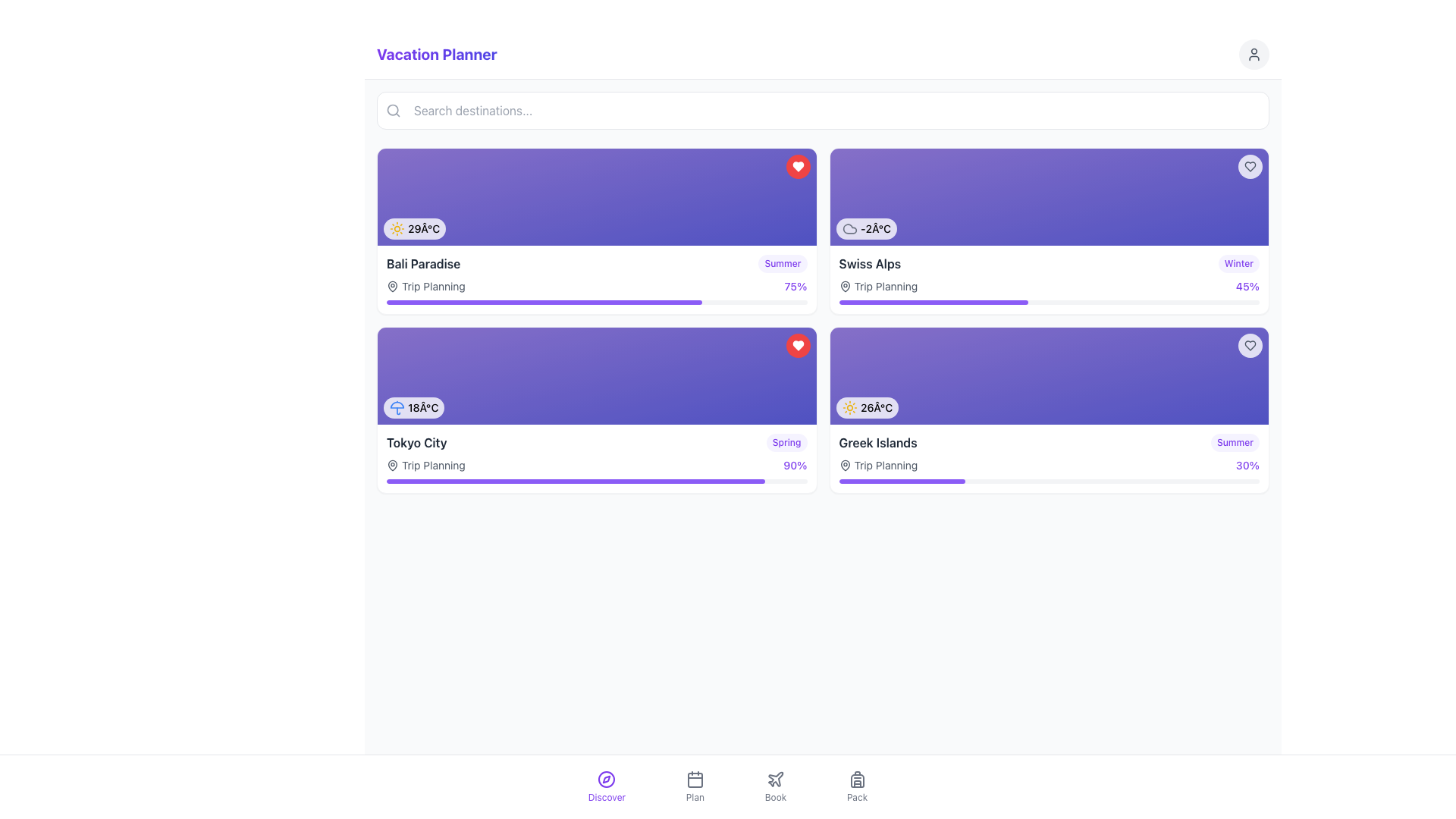 The height and width of the screenshot is (819, 1456). I want to click on the search icon, which is a light gray magnifying glass symbol located at the left edge of the input search box beneath the 'Vacation Planner' title, so click(393, 110).